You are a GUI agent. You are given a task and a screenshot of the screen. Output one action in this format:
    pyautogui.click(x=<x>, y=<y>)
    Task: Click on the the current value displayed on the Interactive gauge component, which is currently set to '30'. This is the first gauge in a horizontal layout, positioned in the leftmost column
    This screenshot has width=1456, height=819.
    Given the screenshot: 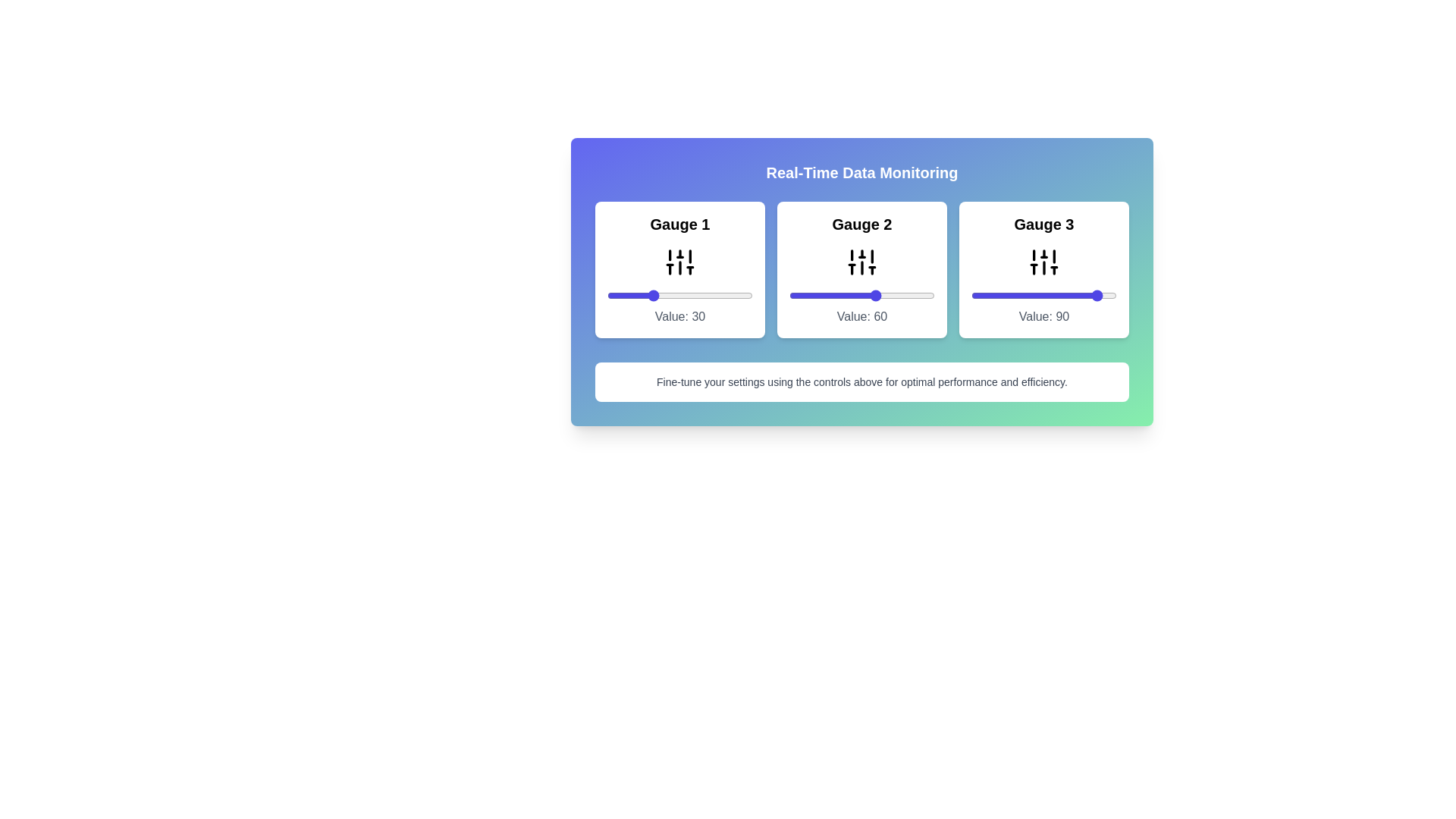 What is the action you would take?
    pyautogui.click(x=679, y=268)
    